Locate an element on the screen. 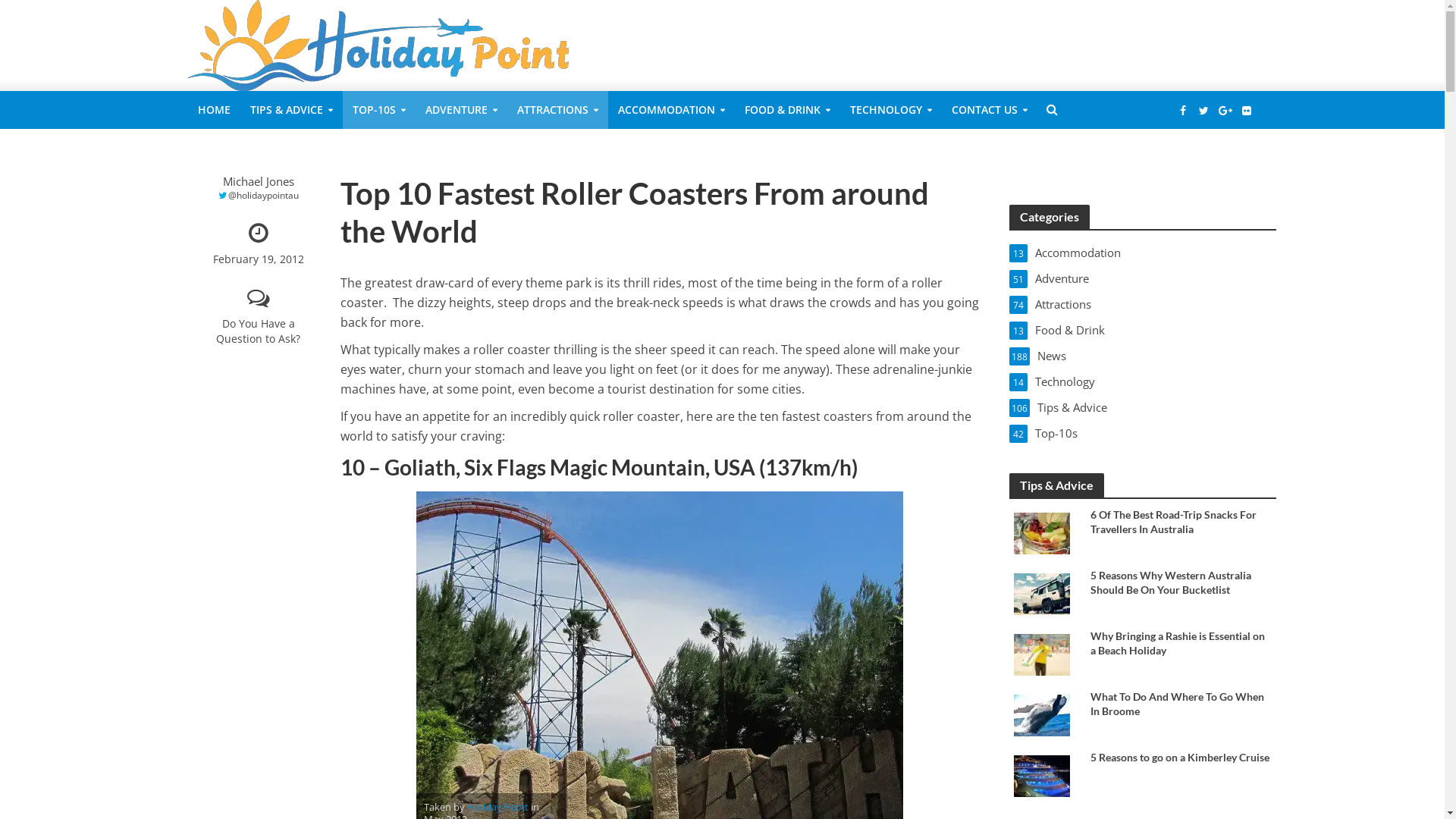  '@holidaypointau' is located at coordinates (258, 195).